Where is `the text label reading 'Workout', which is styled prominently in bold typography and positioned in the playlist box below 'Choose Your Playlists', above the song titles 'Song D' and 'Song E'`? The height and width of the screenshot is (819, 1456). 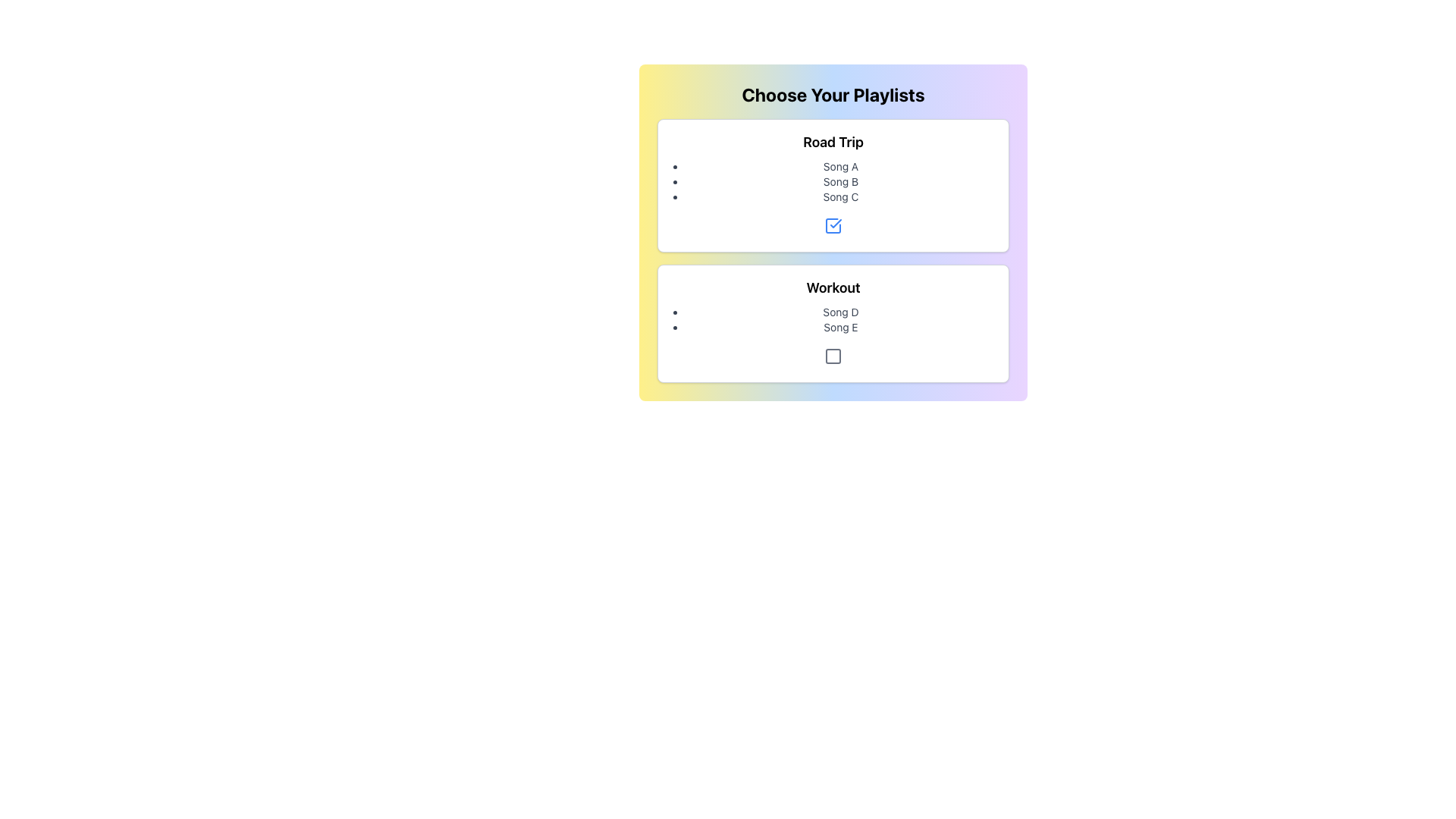
the text label reading 'Workout', which is styled prominently in bold typography and positioned in the playlist box below 'Choose Your Playlists', above the song titles 'Song D' and 'Song E' is located at coordinates (833, 288).